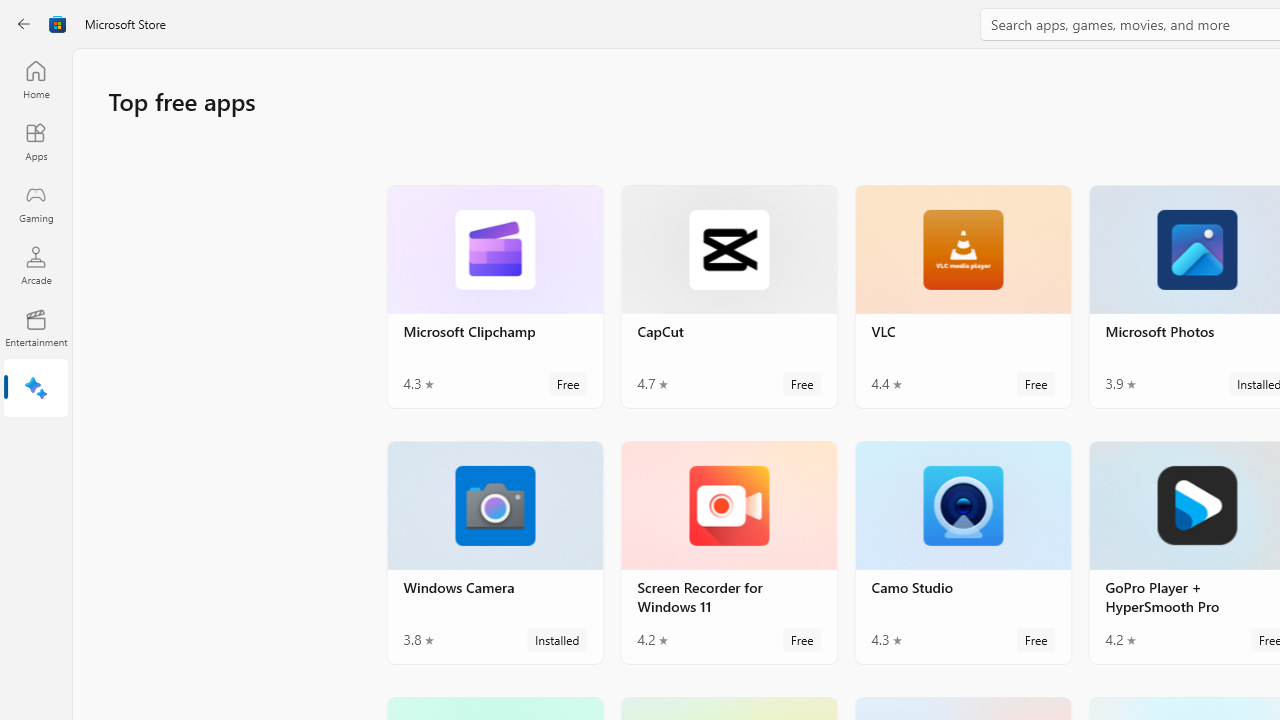 This screenshot has height=720, width=1280. Describe the element at coordinates (24, 24) in the screenshot. I see `'Back'` at that location.